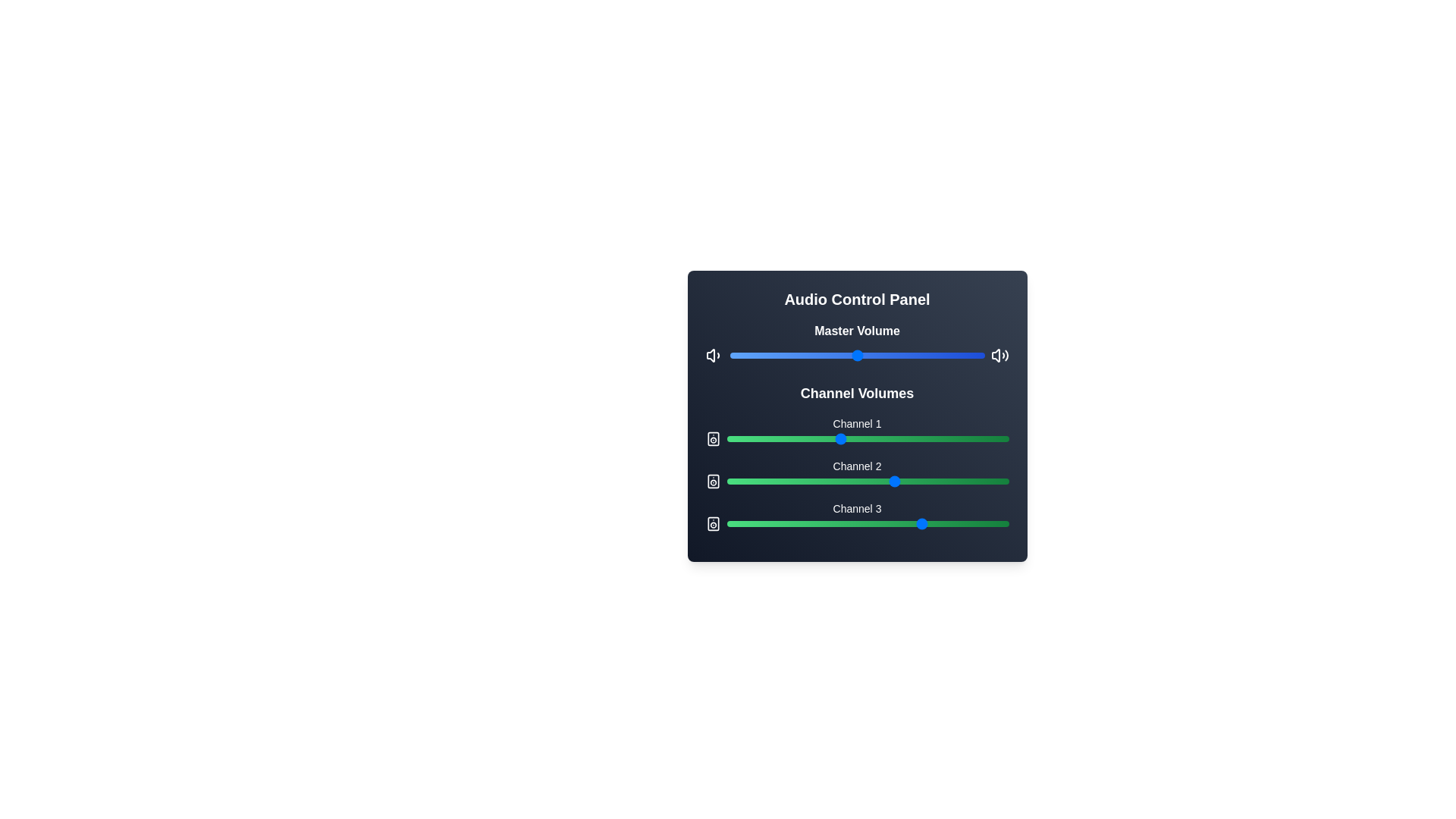  Describe the element at coordinates (1006, 356) in the screenshot. I see `the sound waves icon located in the 'Master Volume' section, which features a smooth curve indicative of sound functionality` at that location.